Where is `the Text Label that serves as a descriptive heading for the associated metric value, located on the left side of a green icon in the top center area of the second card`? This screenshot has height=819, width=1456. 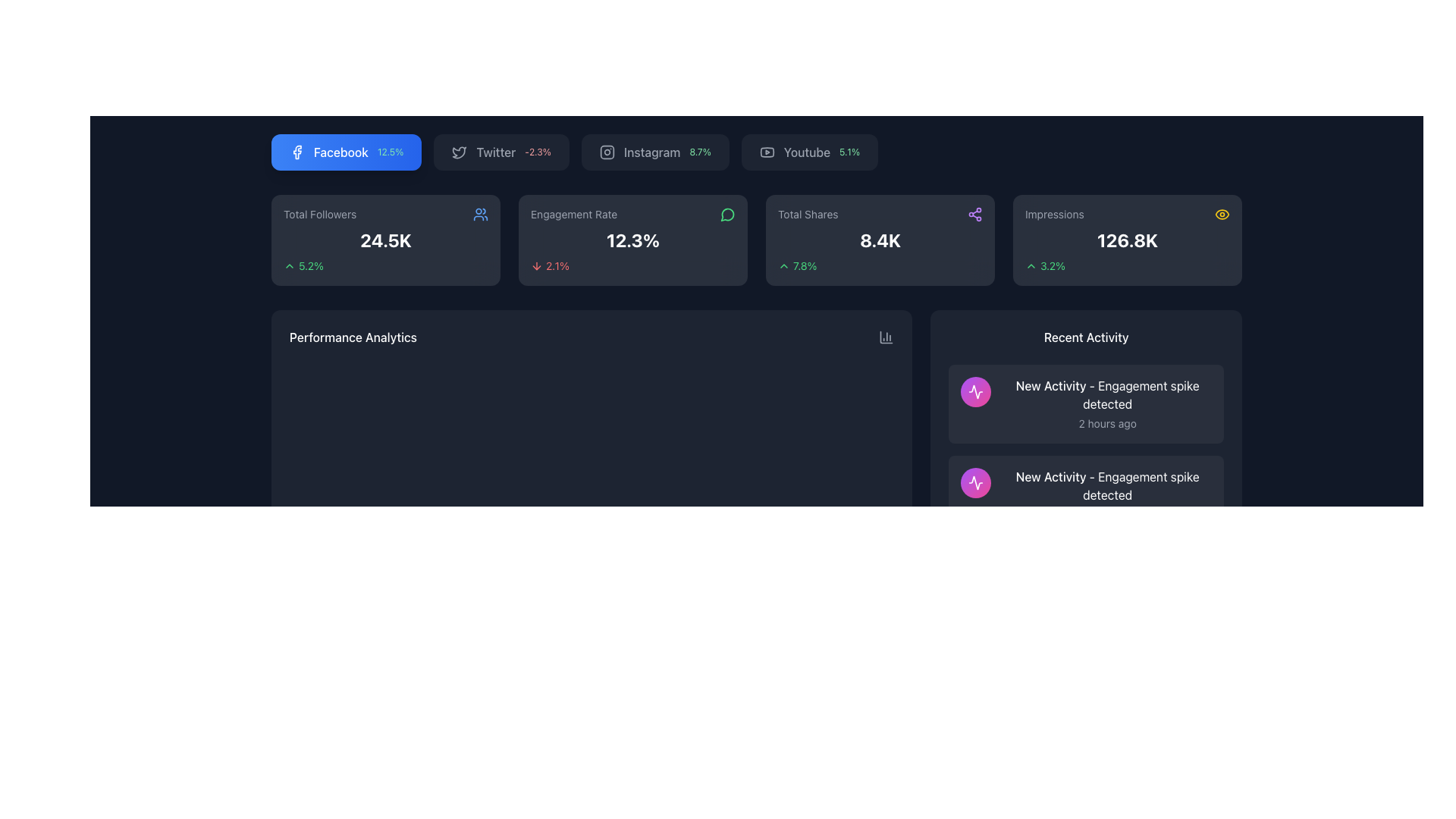 the Text Label that serves as a descriptive heading for the associated metric value, located on the left side of a green icon in the top center area of the second card is located at coordinates (573, 214).